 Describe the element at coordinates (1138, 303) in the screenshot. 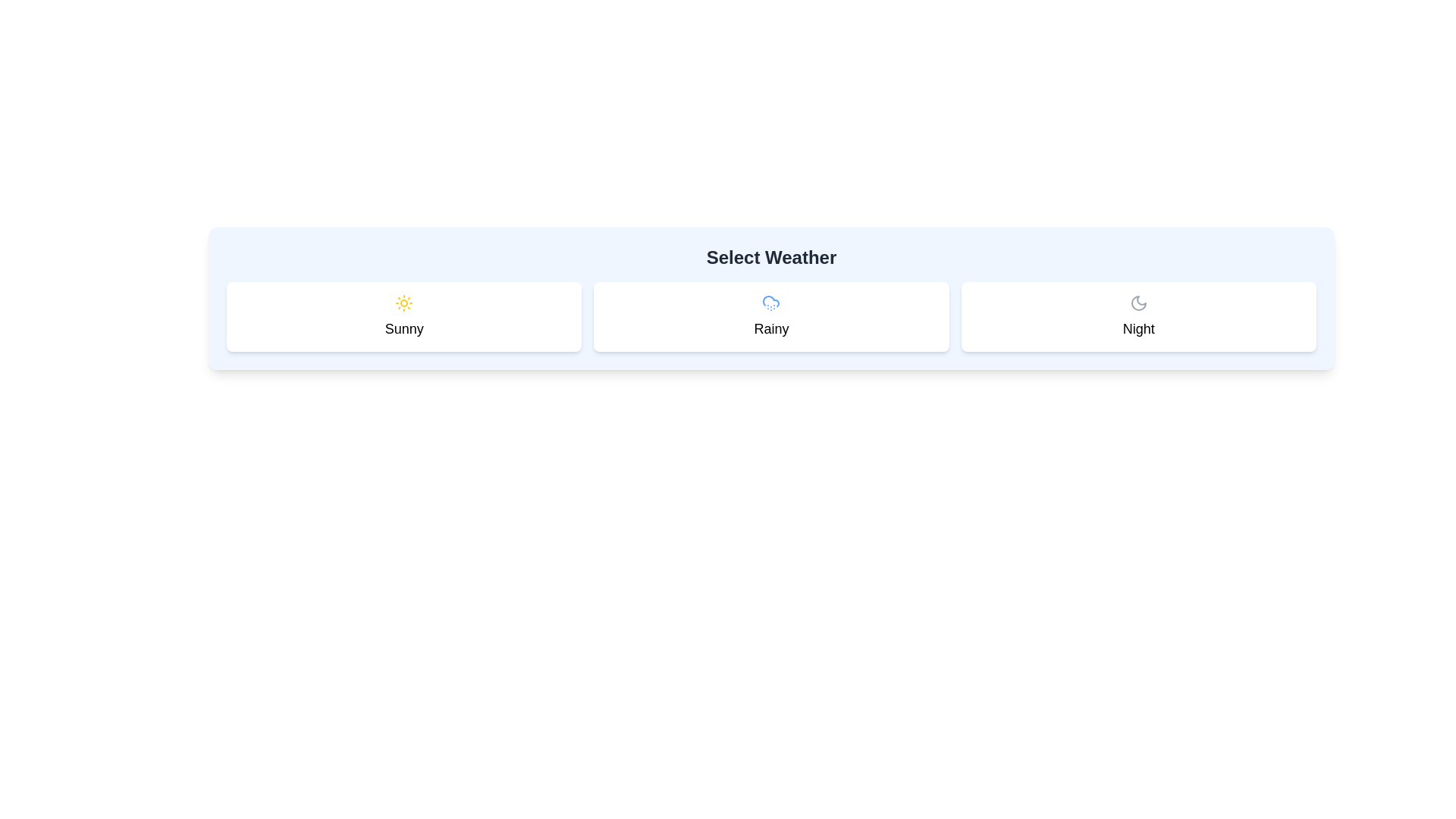

I see `the nighttime icon located in the third box labeled 'Night'` at that location.